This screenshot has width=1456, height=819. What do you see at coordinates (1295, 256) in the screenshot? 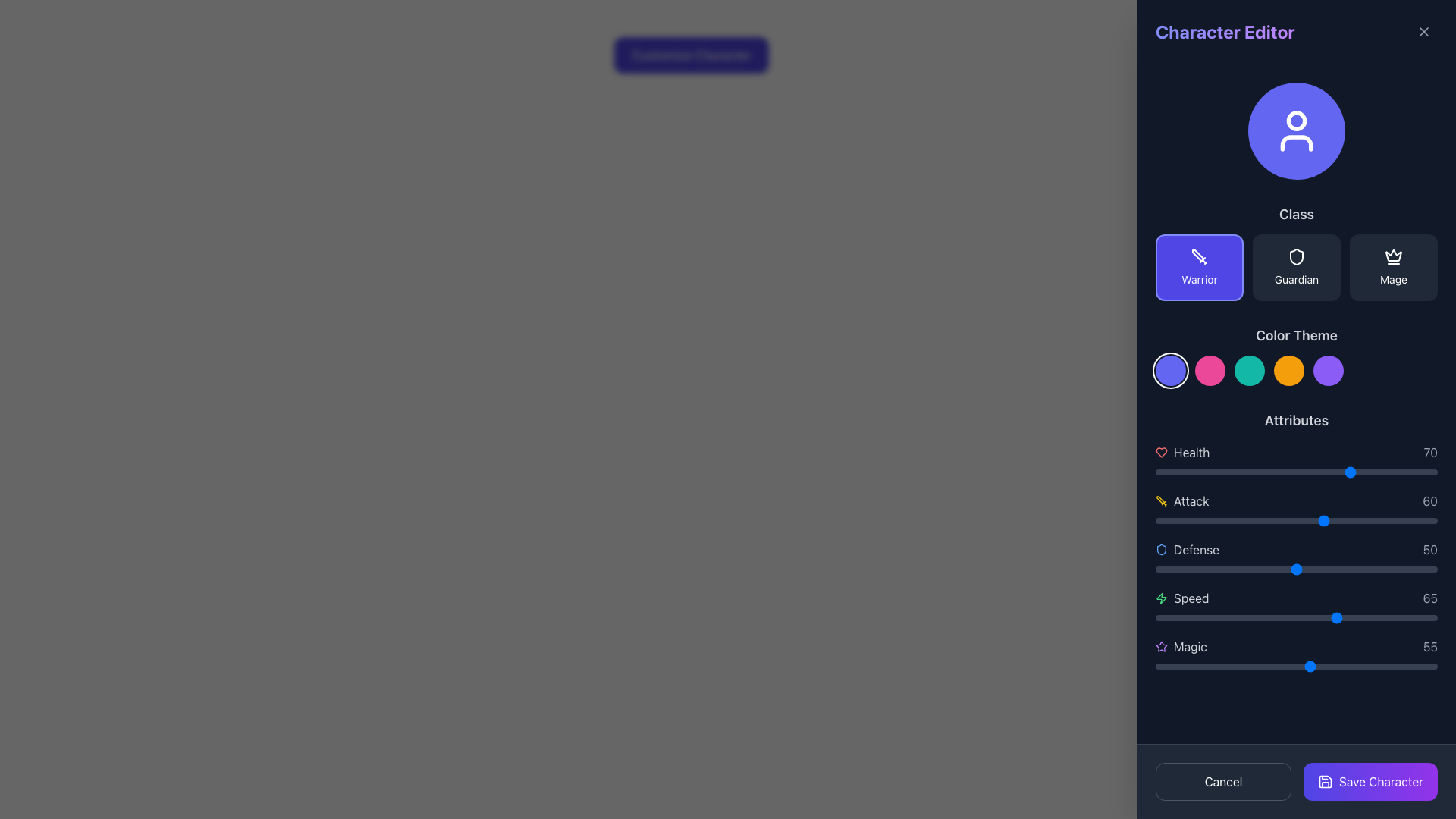
I see `the shield icon at the top-center of the 'Guardian' selection card` at bounding box center [1295, 256].